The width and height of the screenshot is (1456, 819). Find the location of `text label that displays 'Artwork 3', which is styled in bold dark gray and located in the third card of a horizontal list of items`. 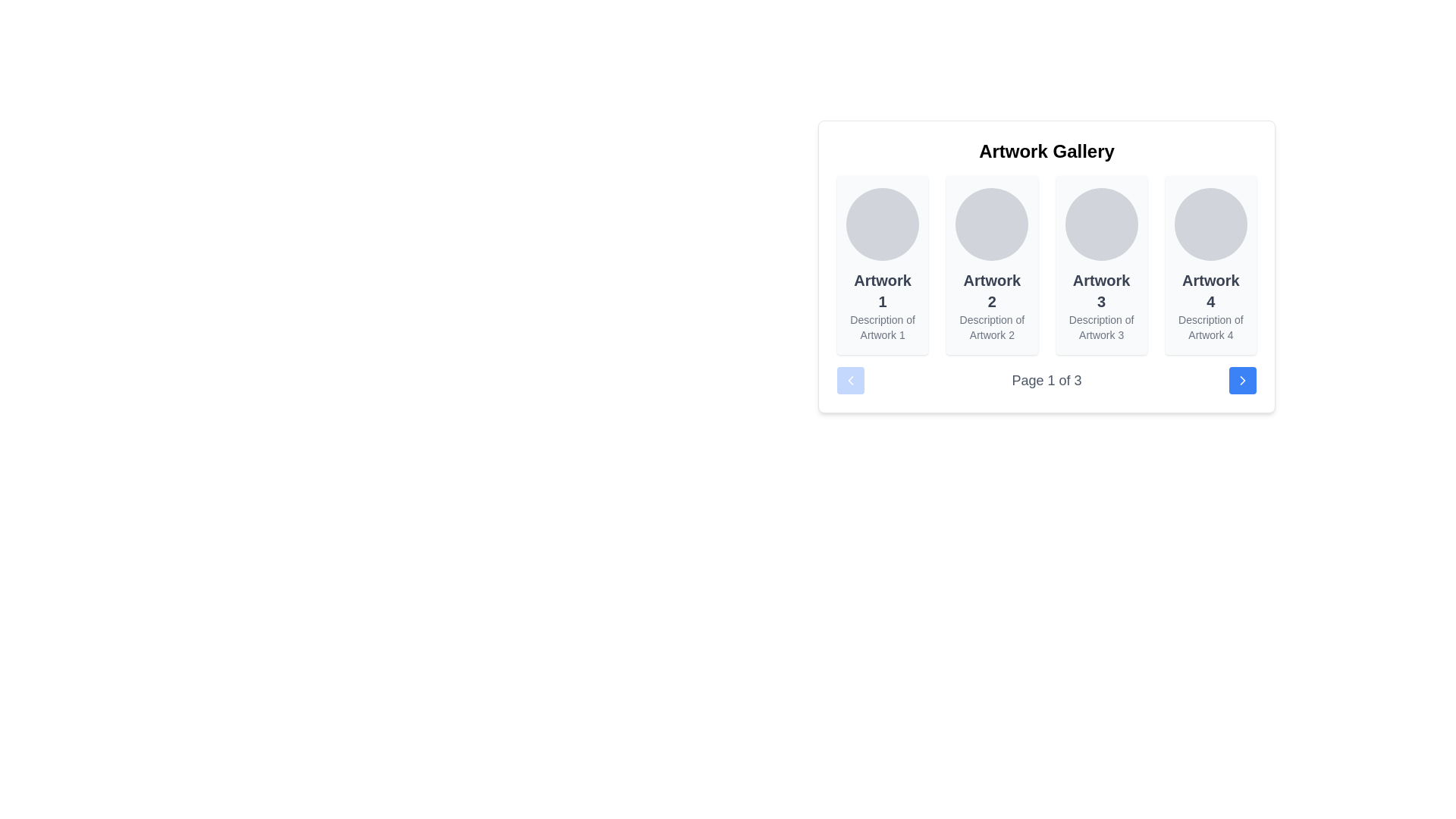

text label that displays 'Artwork 3', which is styled in bold dark gray and located in the third card of a horizontal list of items is located at coordinates (1101, 291).